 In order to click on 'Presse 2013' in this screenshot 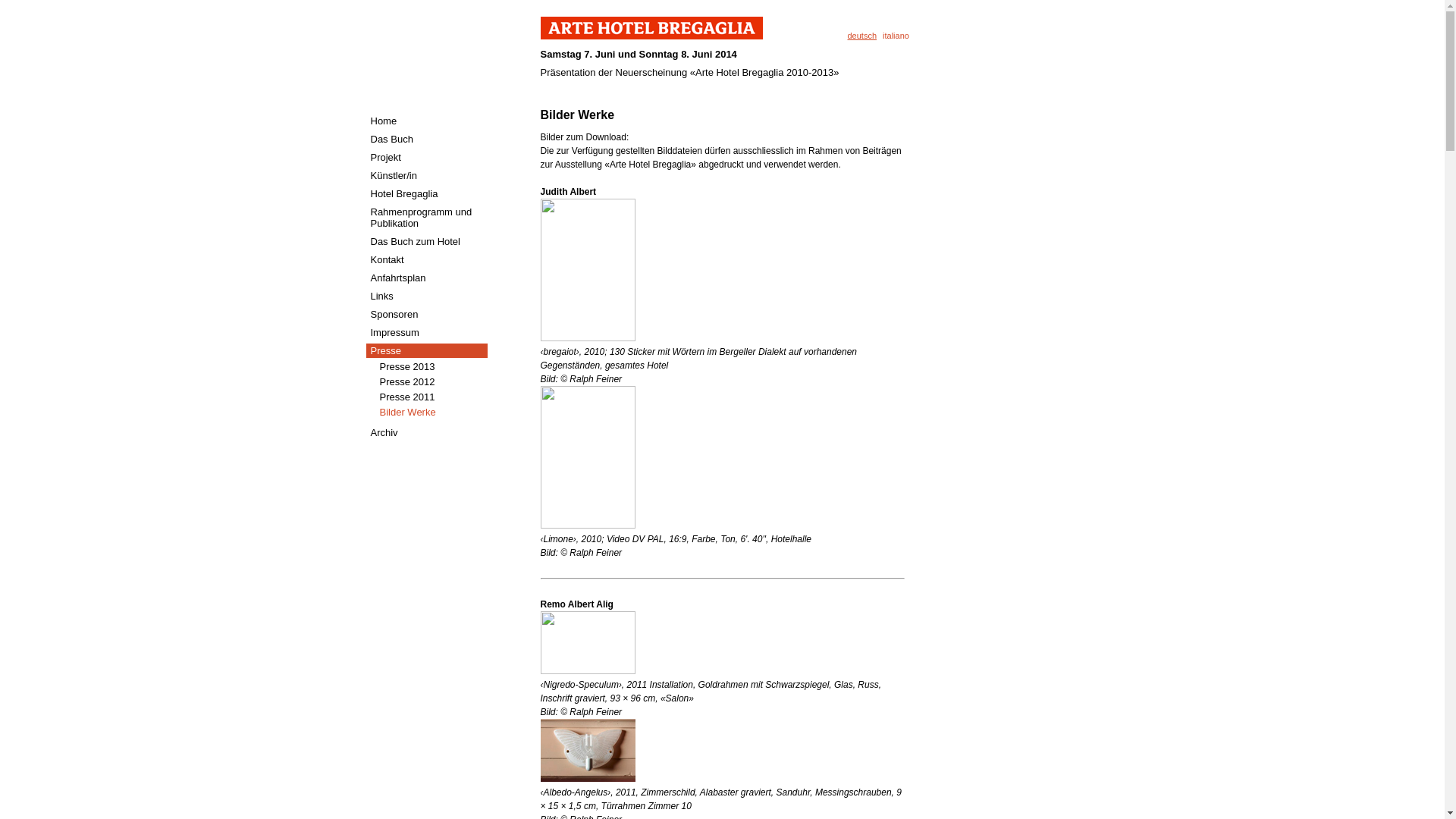, I will do `click(425, 366)`.